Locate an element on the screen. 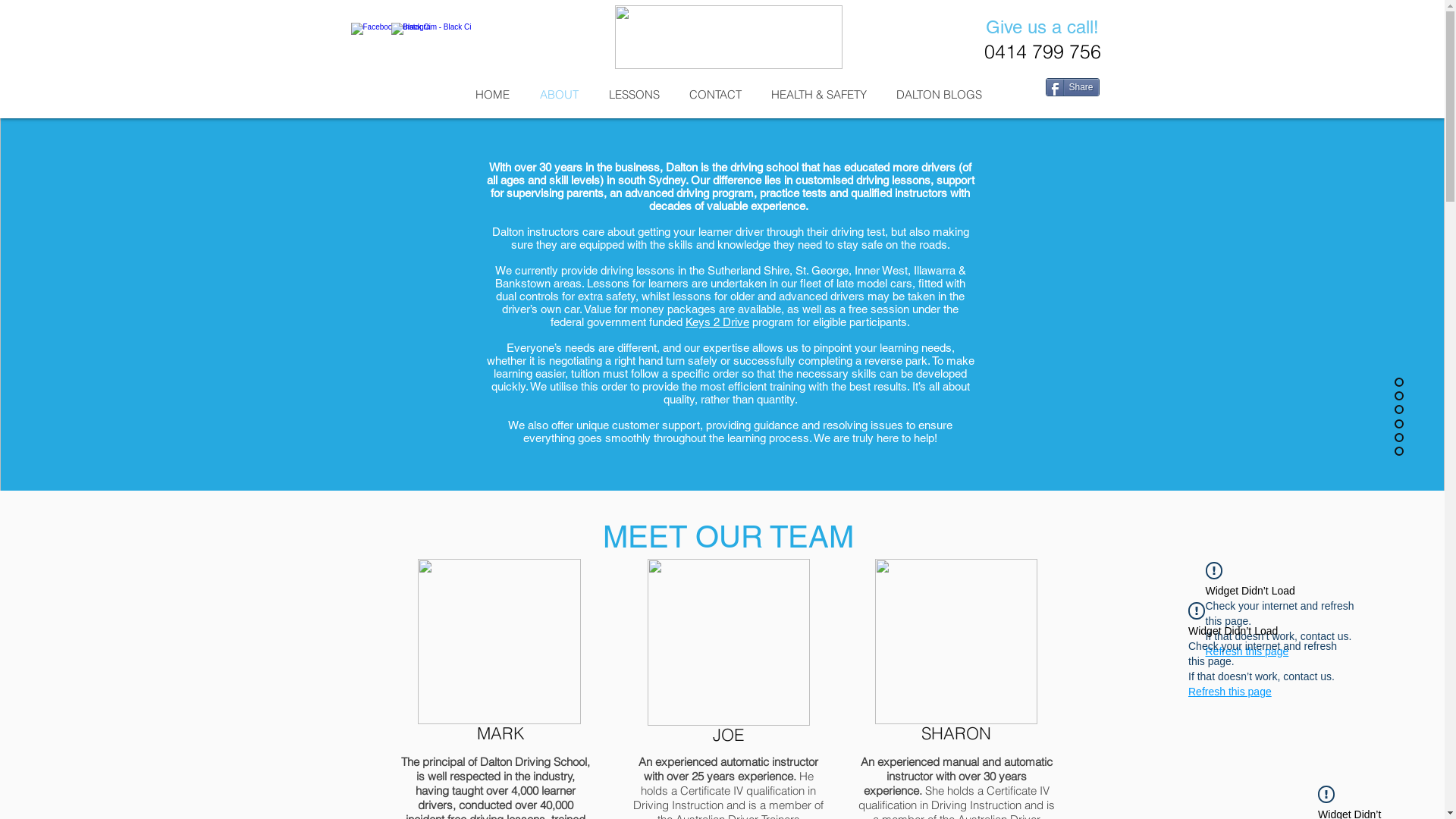 This screenshot has width=1456, height=819. 'Keys 2 Drive' is located at coordinates (716, 321).